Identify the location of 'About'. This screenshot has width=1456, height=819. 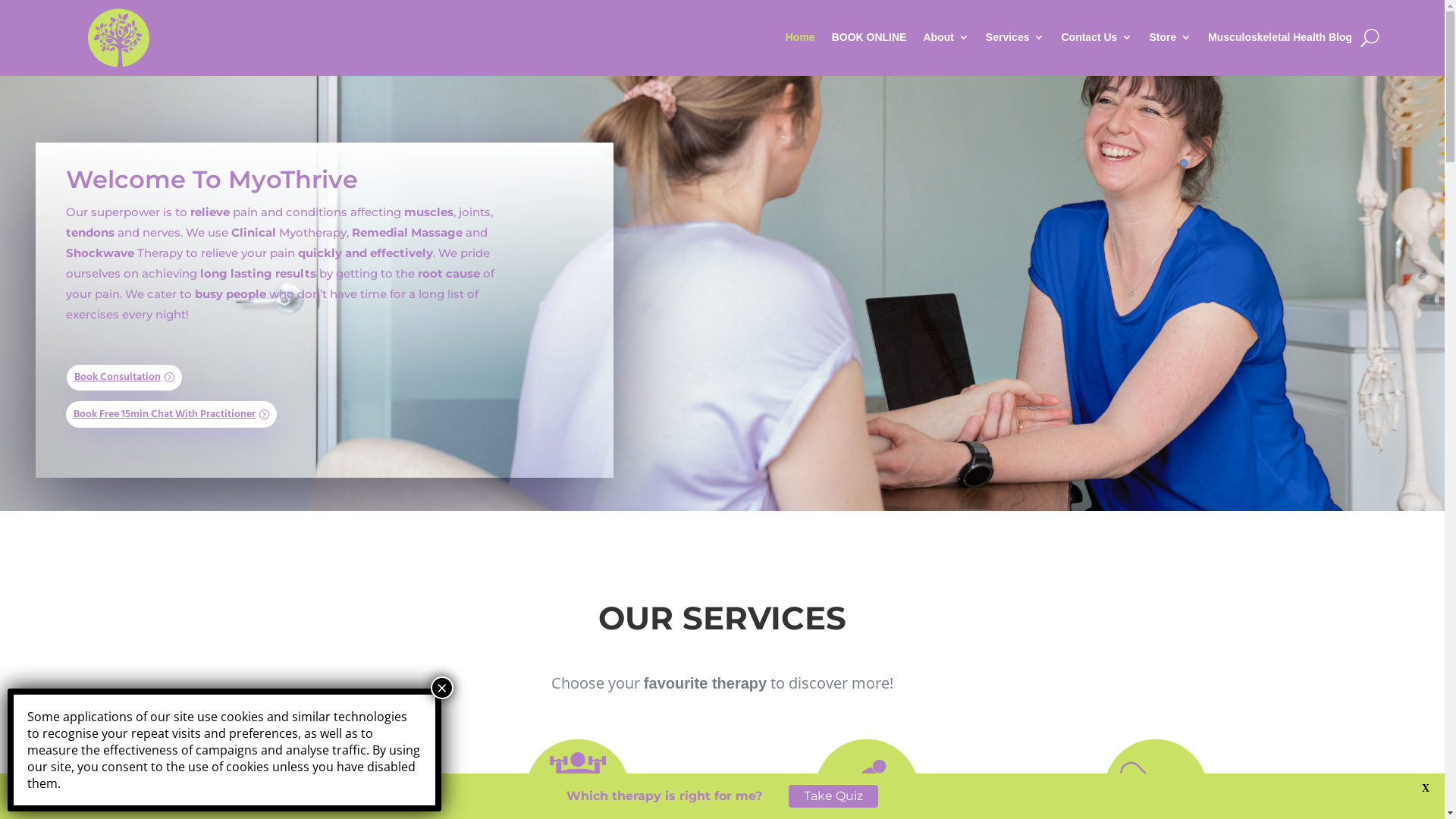
(922, 36).